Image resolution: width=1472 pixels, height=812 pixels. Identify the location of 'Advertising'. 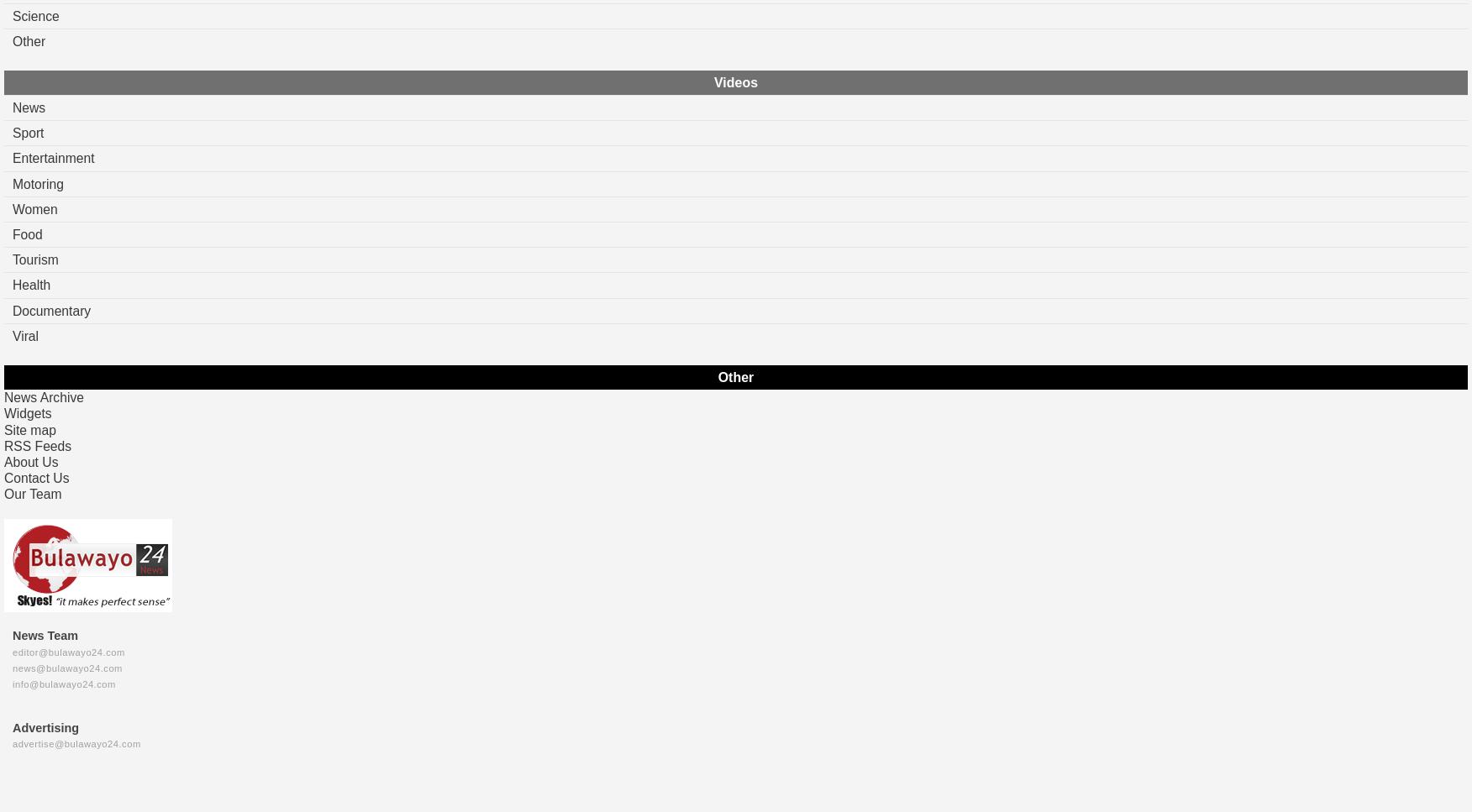
(45, 726).